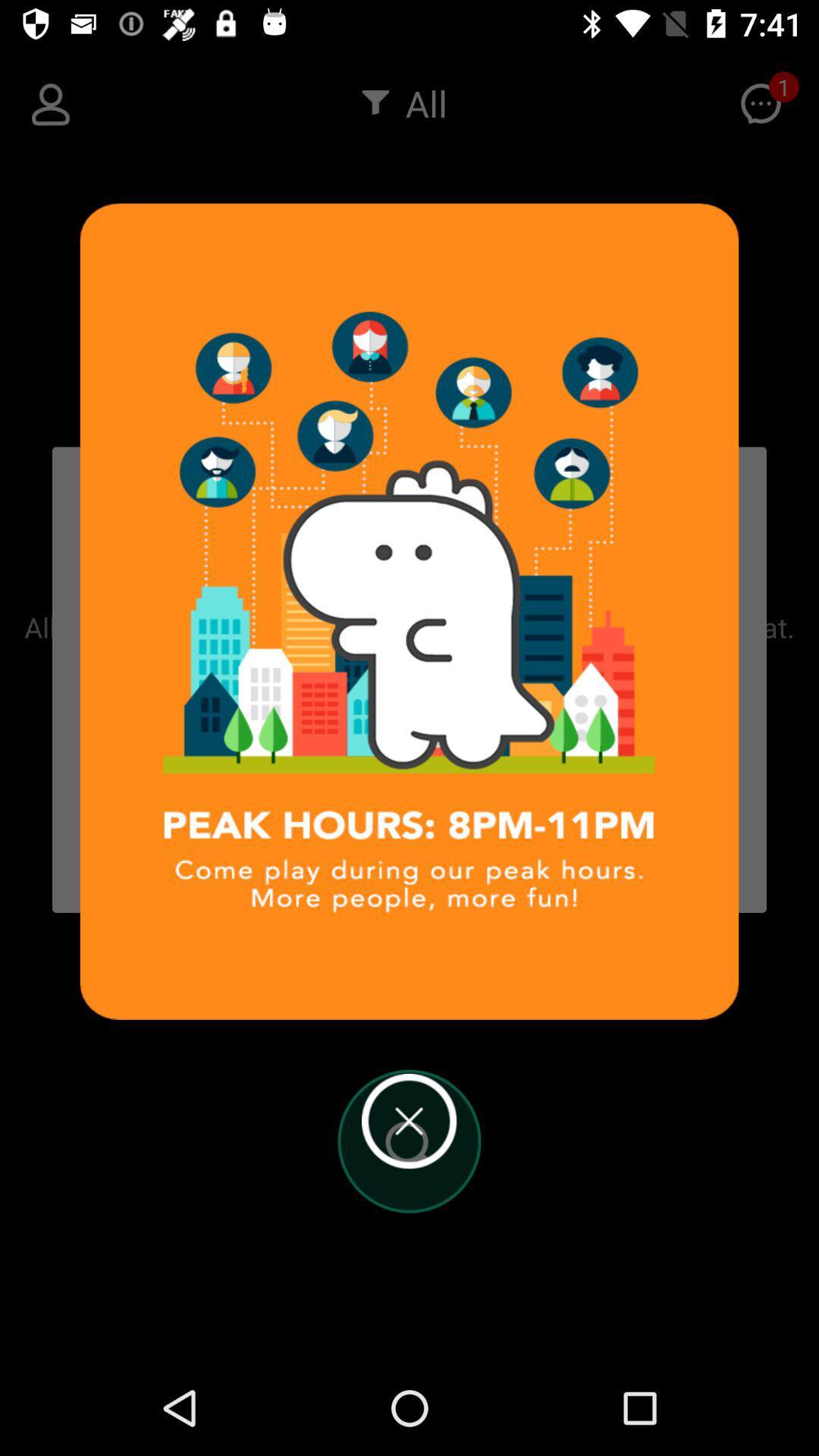 This screenshot has width=819, height=1456. What do you see at coordinates (408, 1121) in the screenshot?
I see `button` at bounding box center [408, 1121].